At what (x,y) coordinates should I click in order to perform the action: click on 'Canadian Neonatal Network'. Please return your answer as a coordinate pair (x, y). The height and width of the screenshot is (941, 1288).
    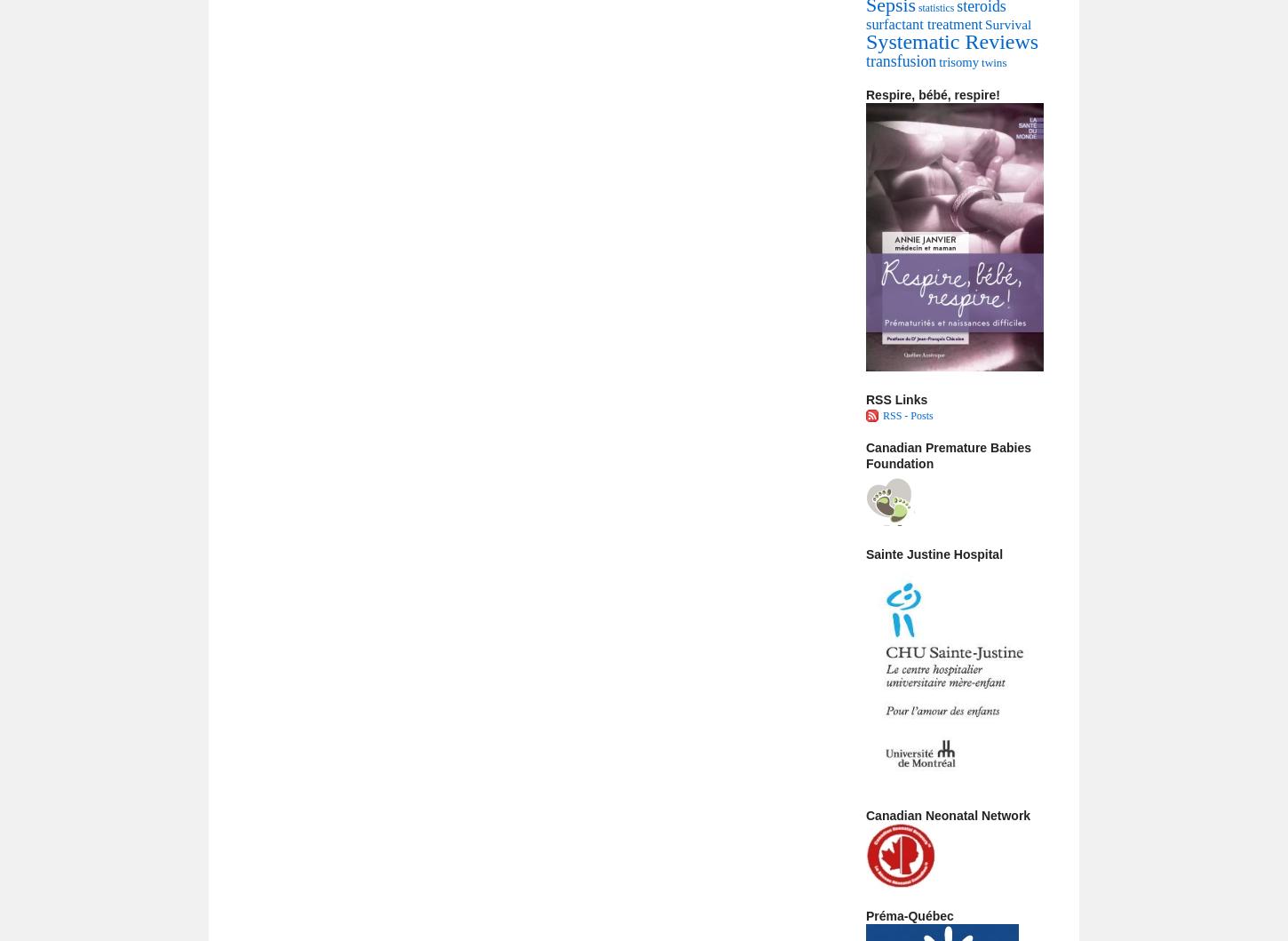
    Looking at the image, I should click on (865, 816).